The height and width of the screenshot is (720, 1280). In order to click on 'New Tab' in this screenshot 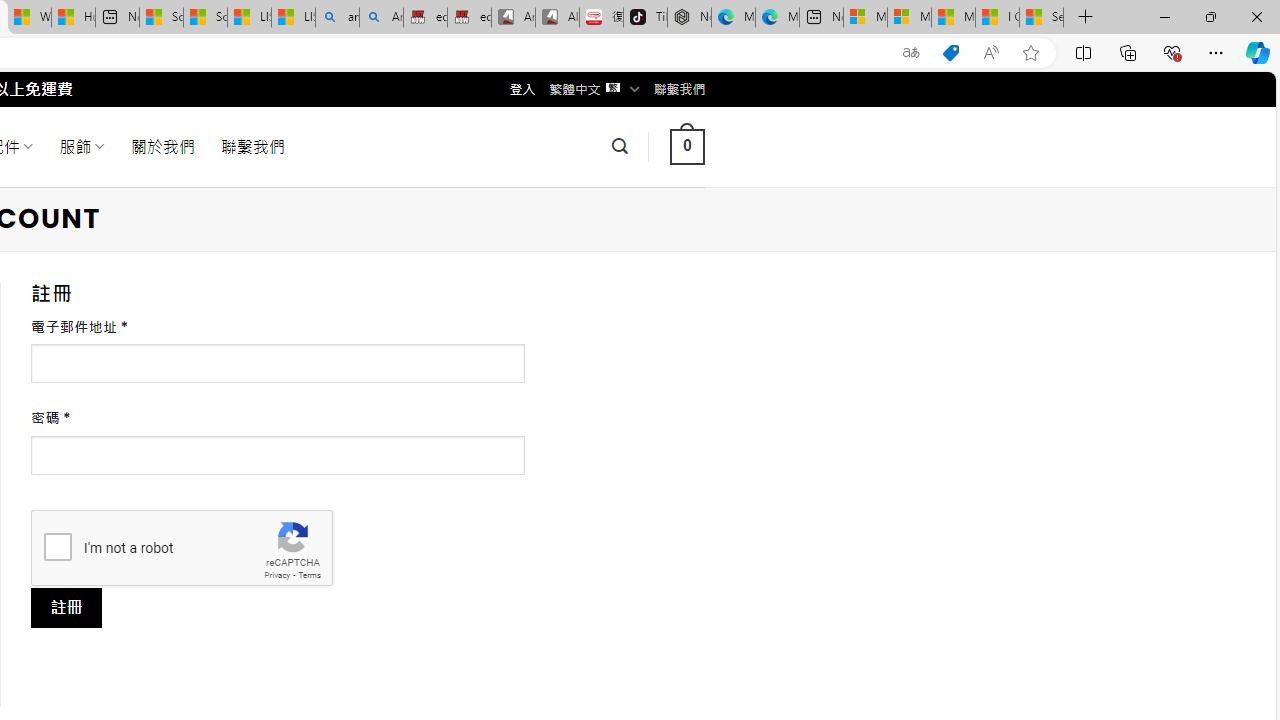, I will do `click(1085, 17)`.